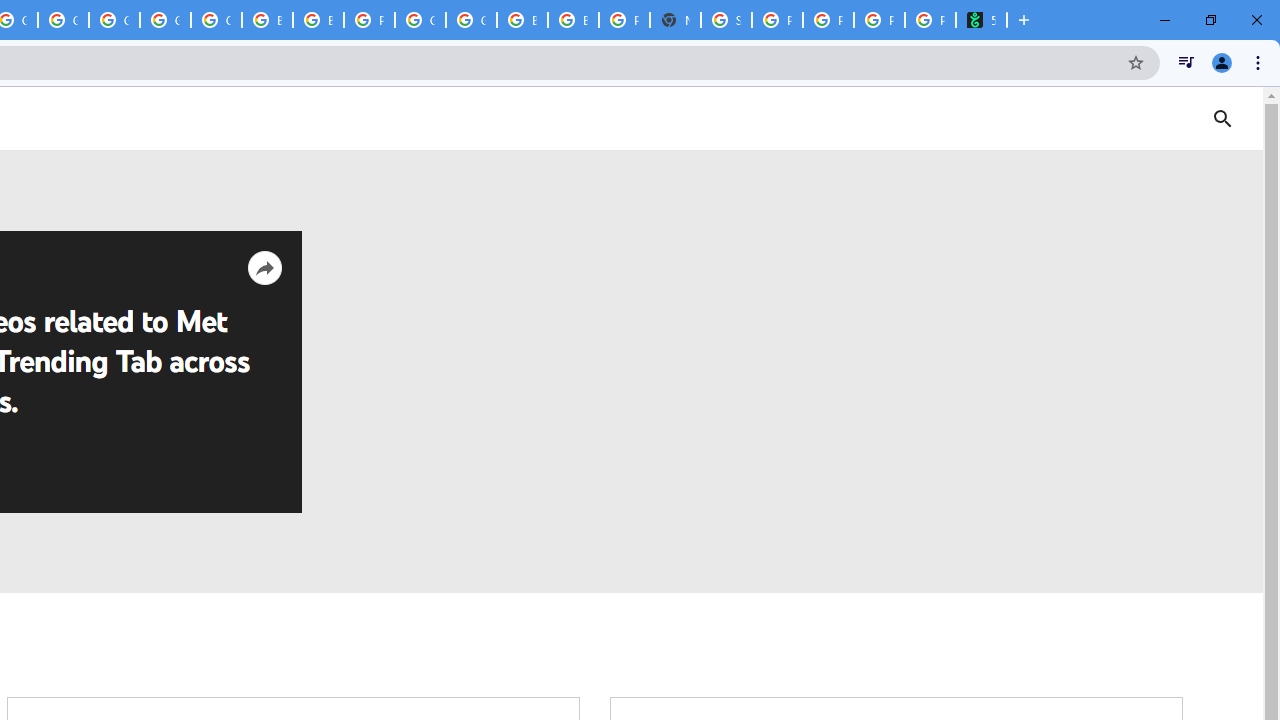 The height and width of the screenshot is (720, 1280). I want to click on 'Google Cloud Platform', so click(470, 20).